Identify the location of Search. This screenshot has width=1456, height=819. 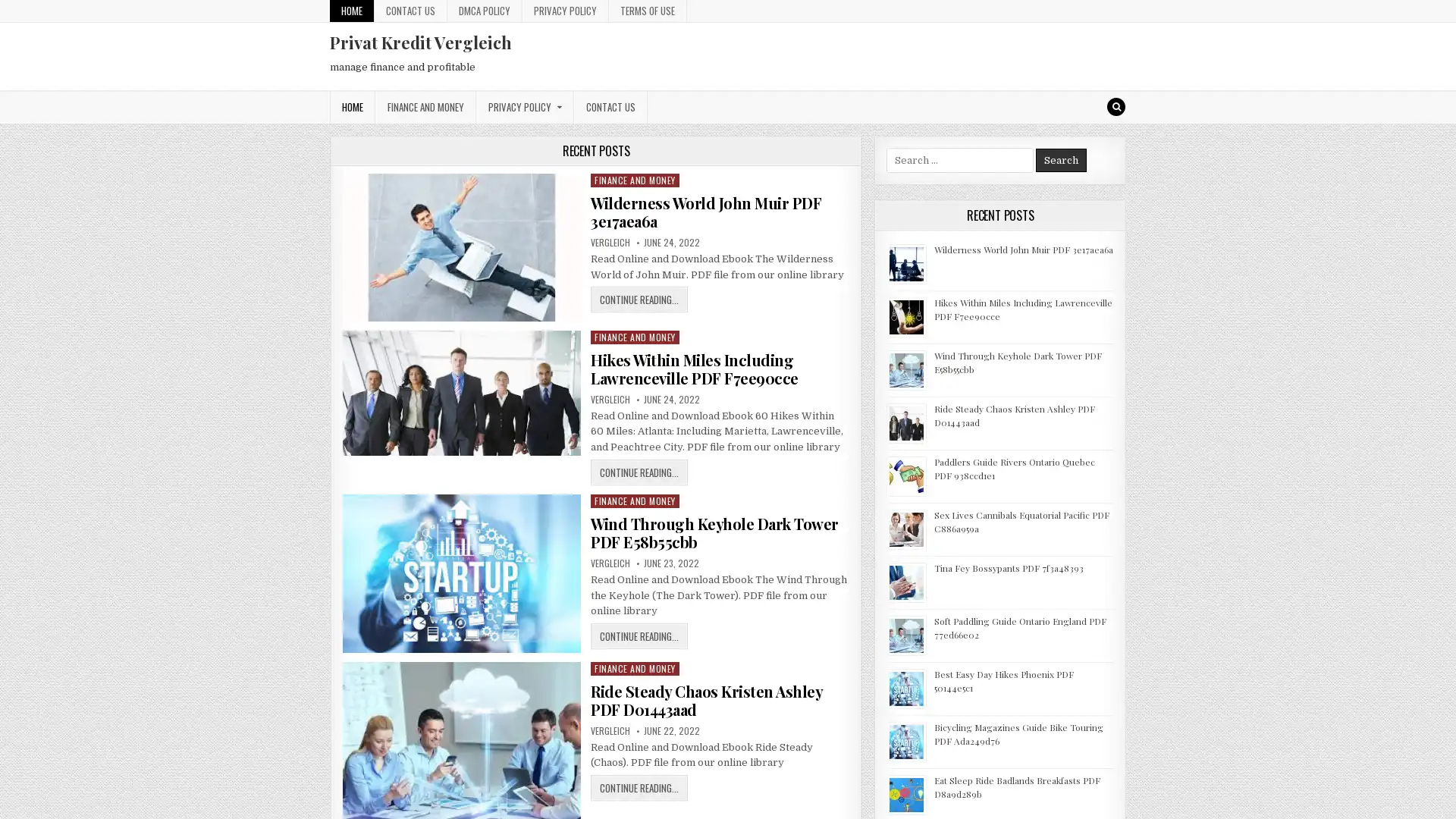
(1060, 160).